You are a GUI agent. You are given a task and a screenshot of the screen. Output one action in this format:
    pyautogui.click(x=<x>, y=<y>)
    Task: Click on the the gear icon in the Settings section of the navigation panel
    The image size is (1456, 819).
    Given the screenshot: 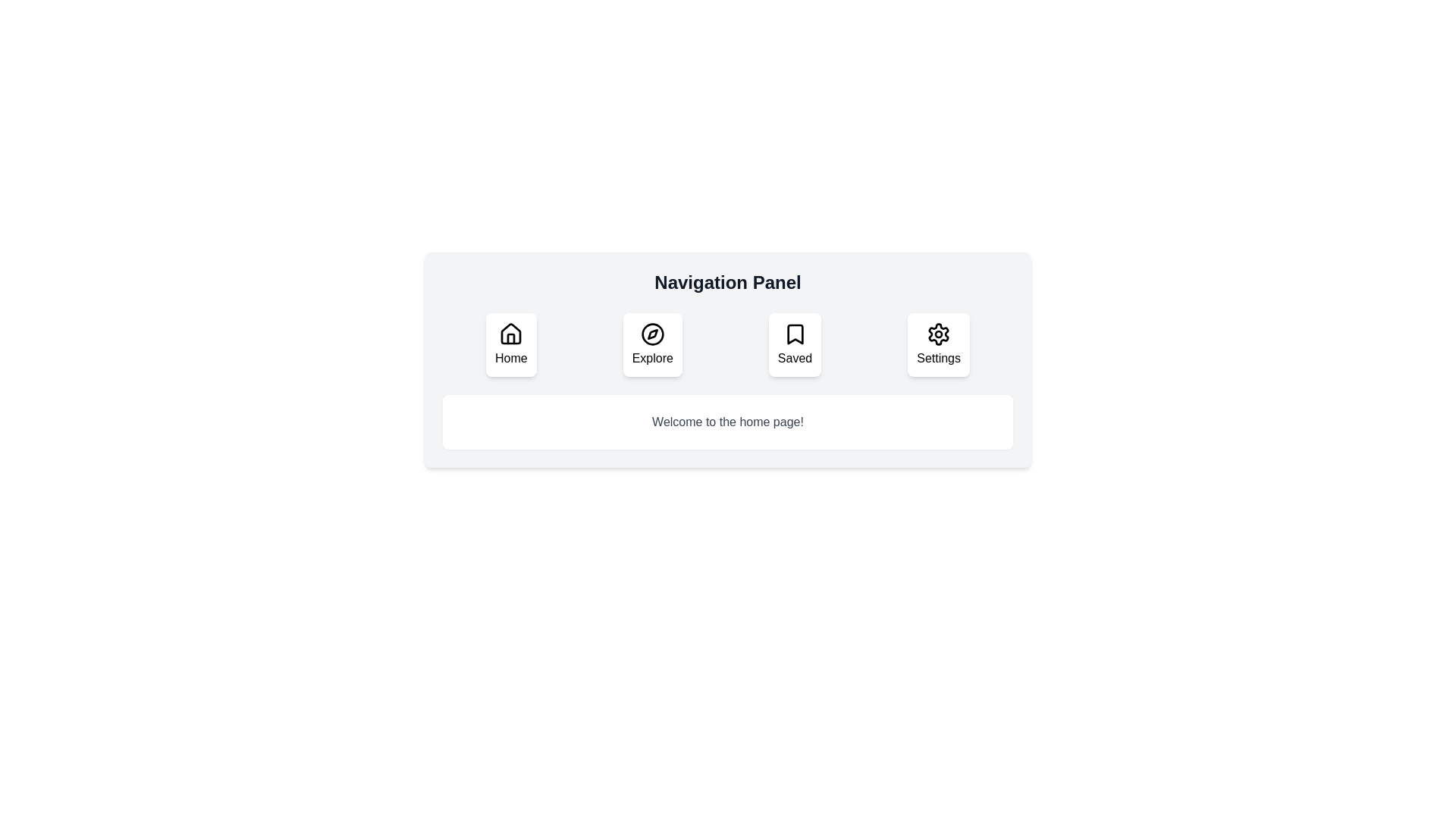 What is the action you would take?
    pyautogui.click(x=938, y=333)
    